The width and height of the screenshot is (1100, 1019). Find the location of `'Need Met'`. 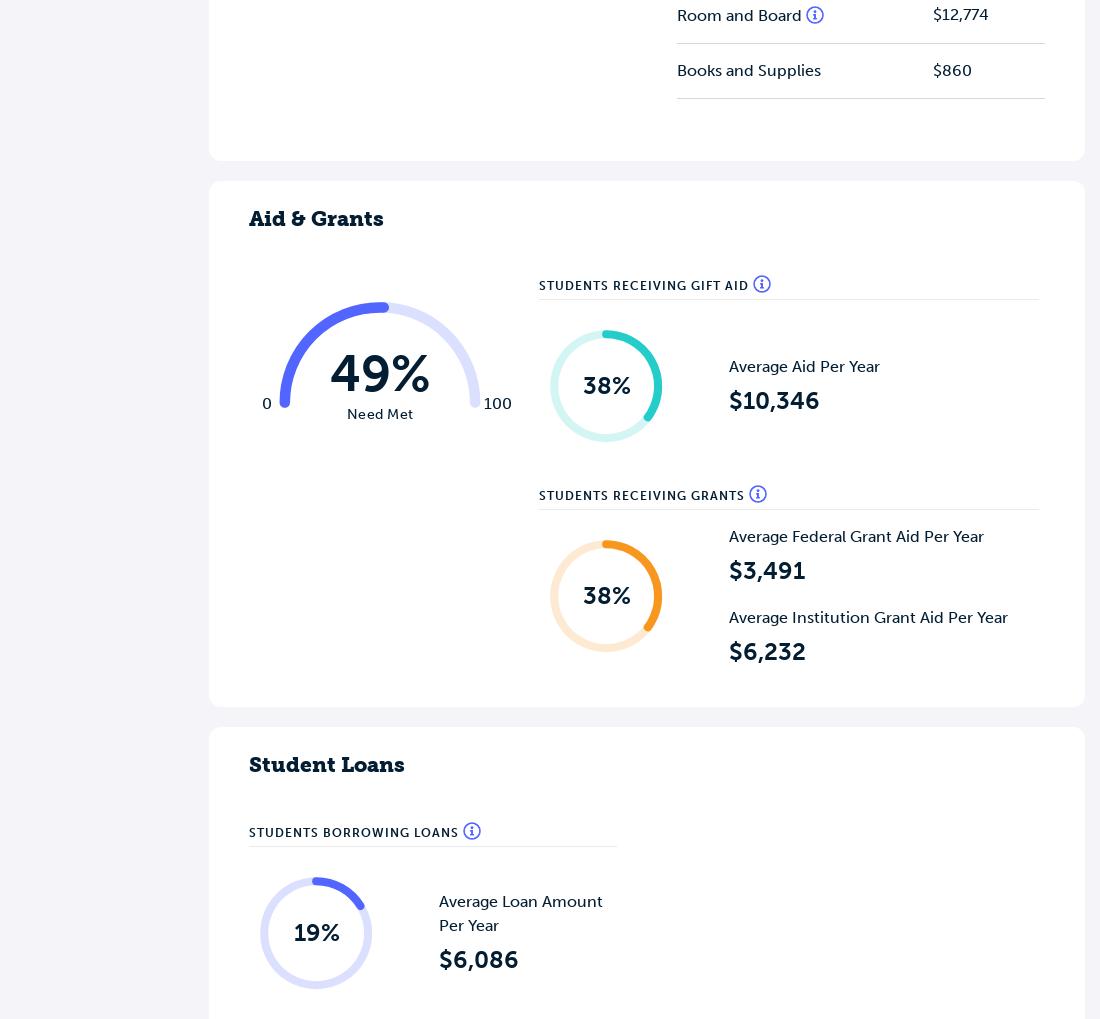

'Need Met' is located at coordinates (347, 412).